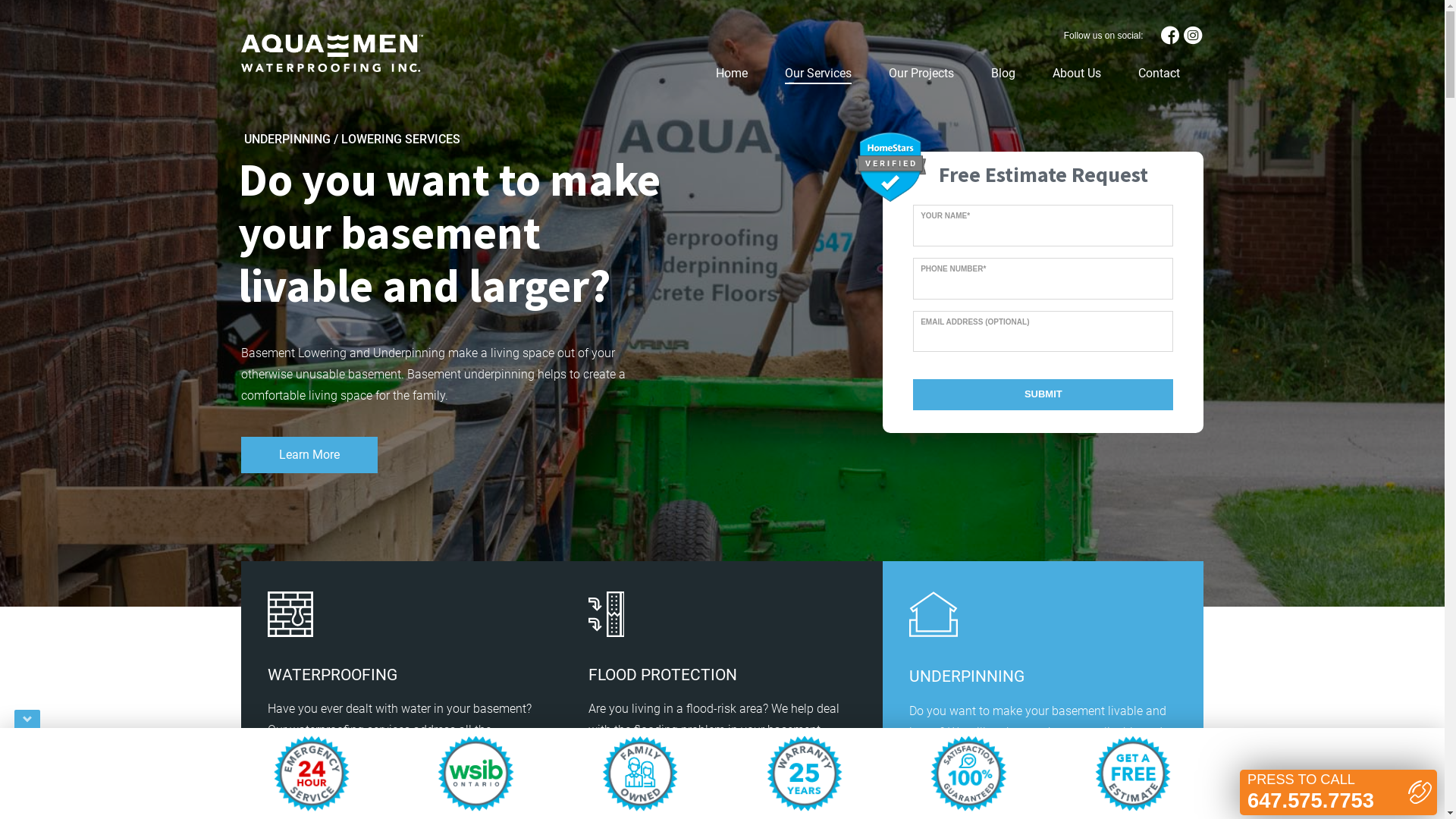 Image resolution: width=1456 pixels, height=819 pixels. What do you see at coordinates (1240, 792) in the screenshot?
I see `'PRESS TO CALL` at bounding box center [1240, 792].